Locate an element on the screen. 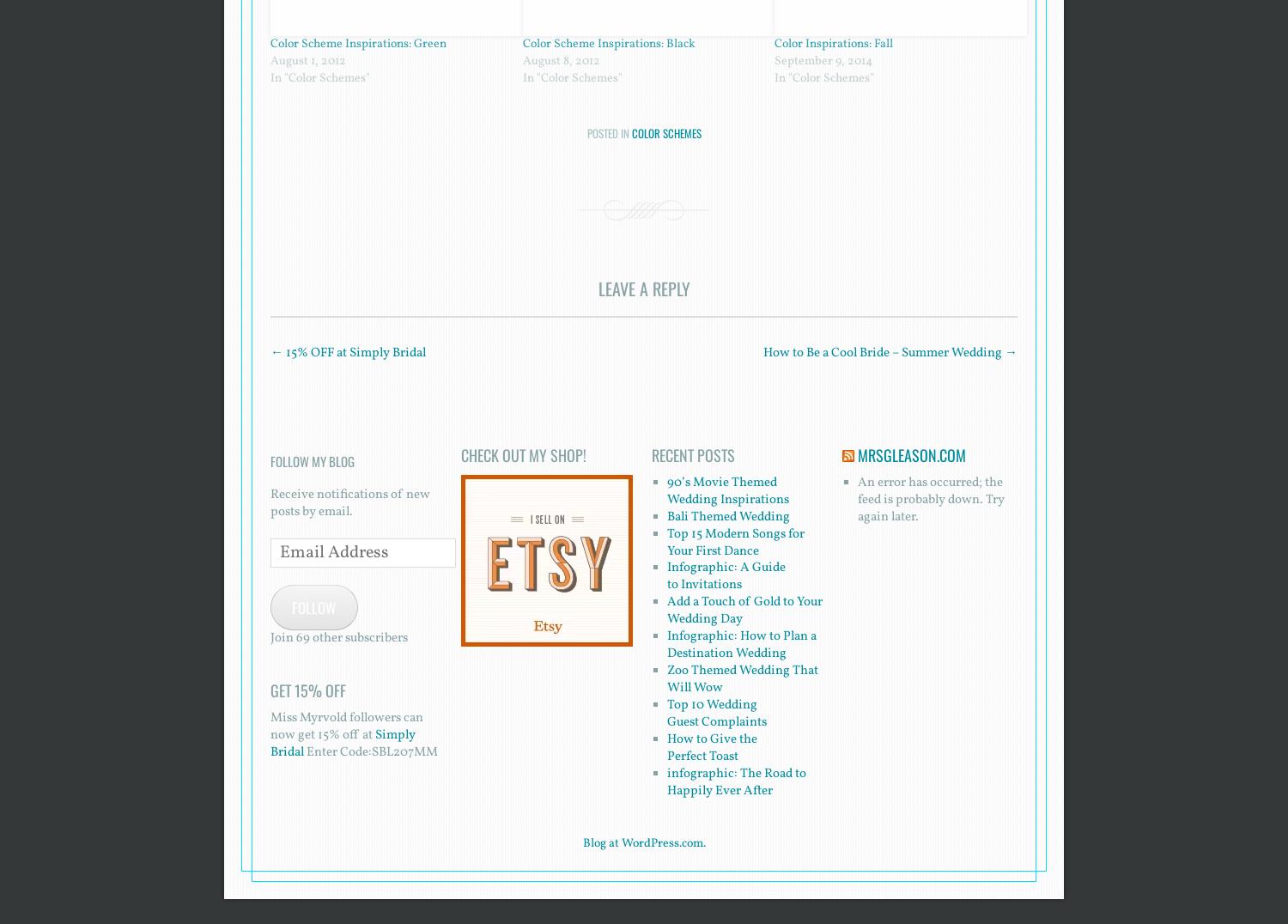 This screenshot has height=924, width=1288. 'Posted in' is located at coordinates (586, 131).